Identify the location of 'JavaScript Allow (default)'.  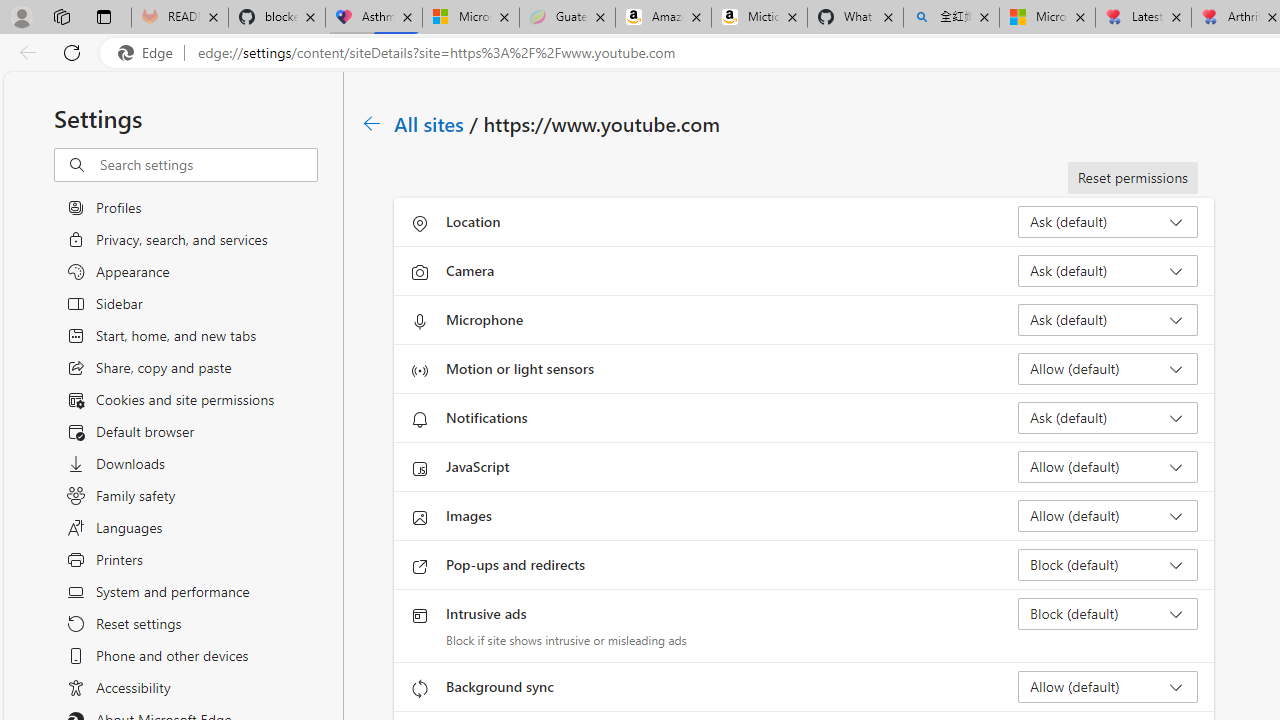
(1106, 466).